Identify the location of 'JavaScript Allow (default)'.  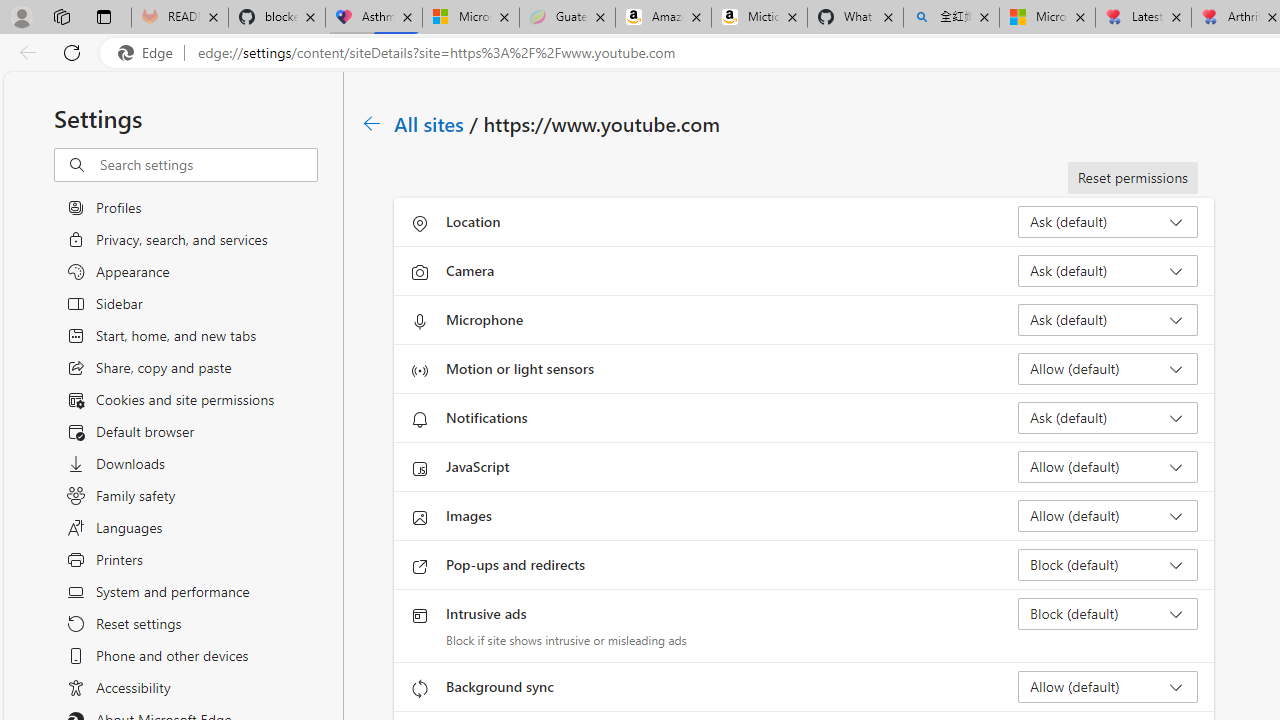
(1106, 466).